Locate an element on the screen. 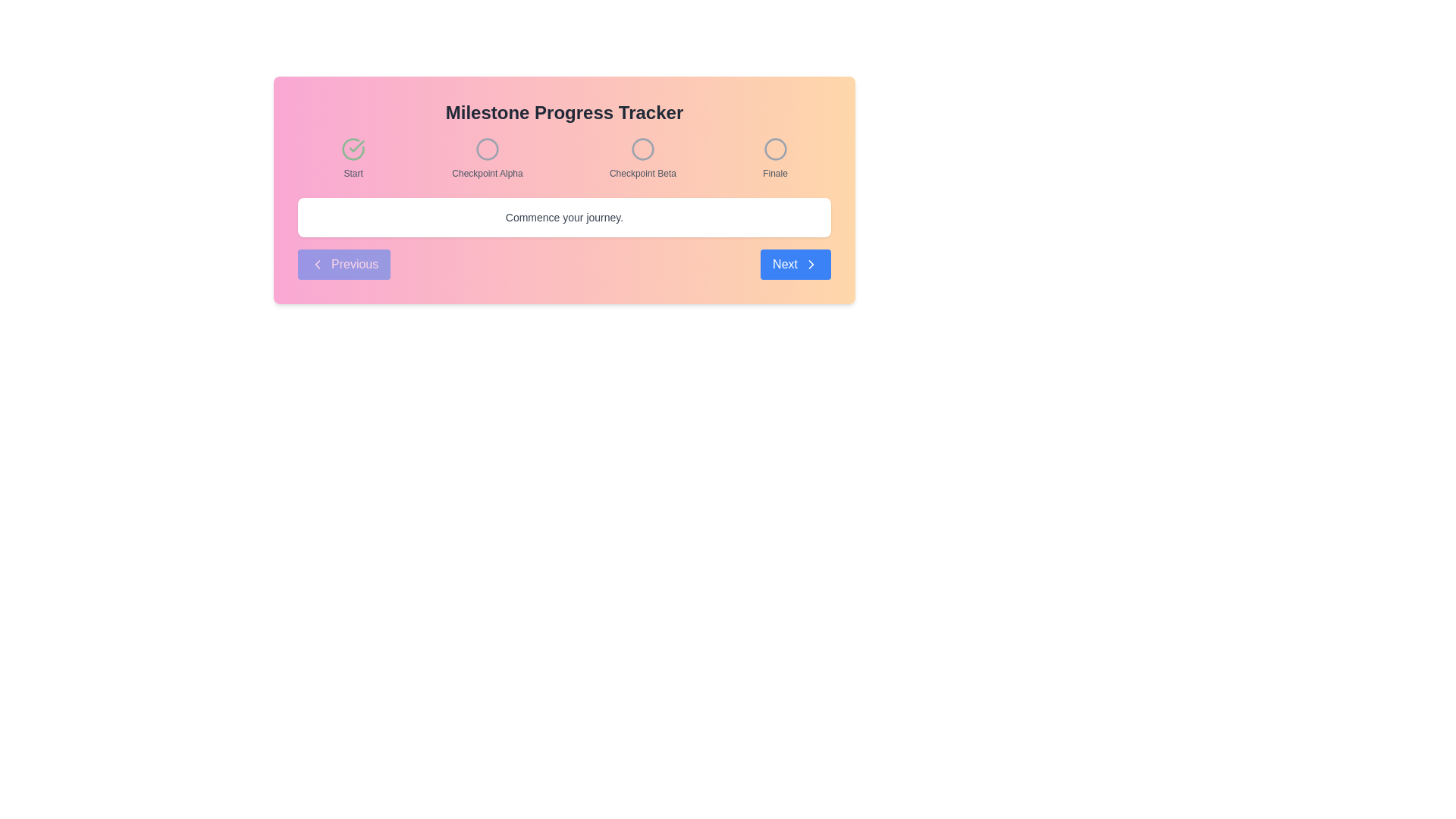  the Text label that provides a title or description for the third circular icon in the progress tracking system, positioned centrally below the icon is located at coordinates (642, 172).